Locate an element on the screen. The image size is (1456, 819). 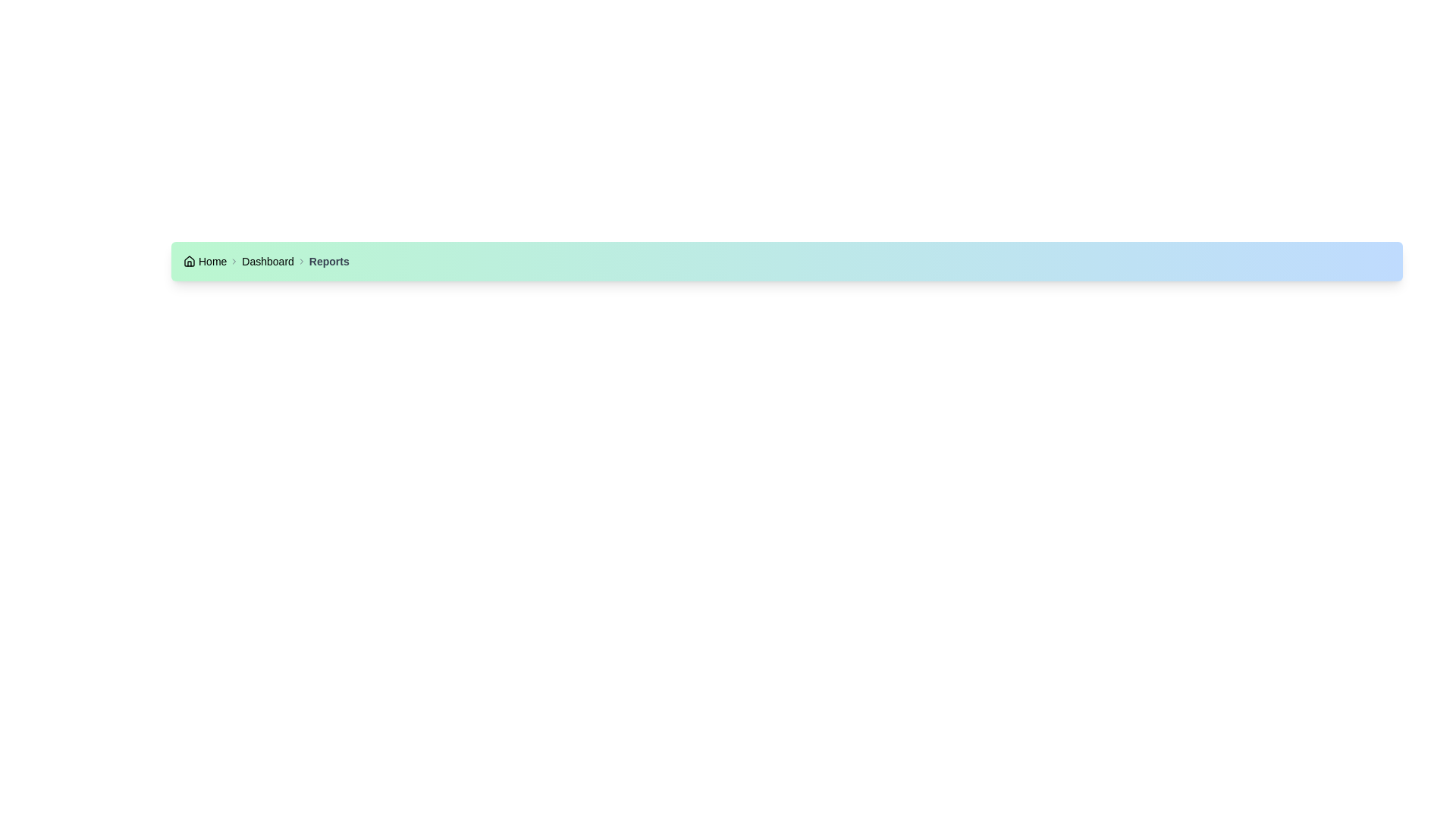
the small house-shaped icon in the breadcrumb navigation bar is located at coordinates (188, 260).